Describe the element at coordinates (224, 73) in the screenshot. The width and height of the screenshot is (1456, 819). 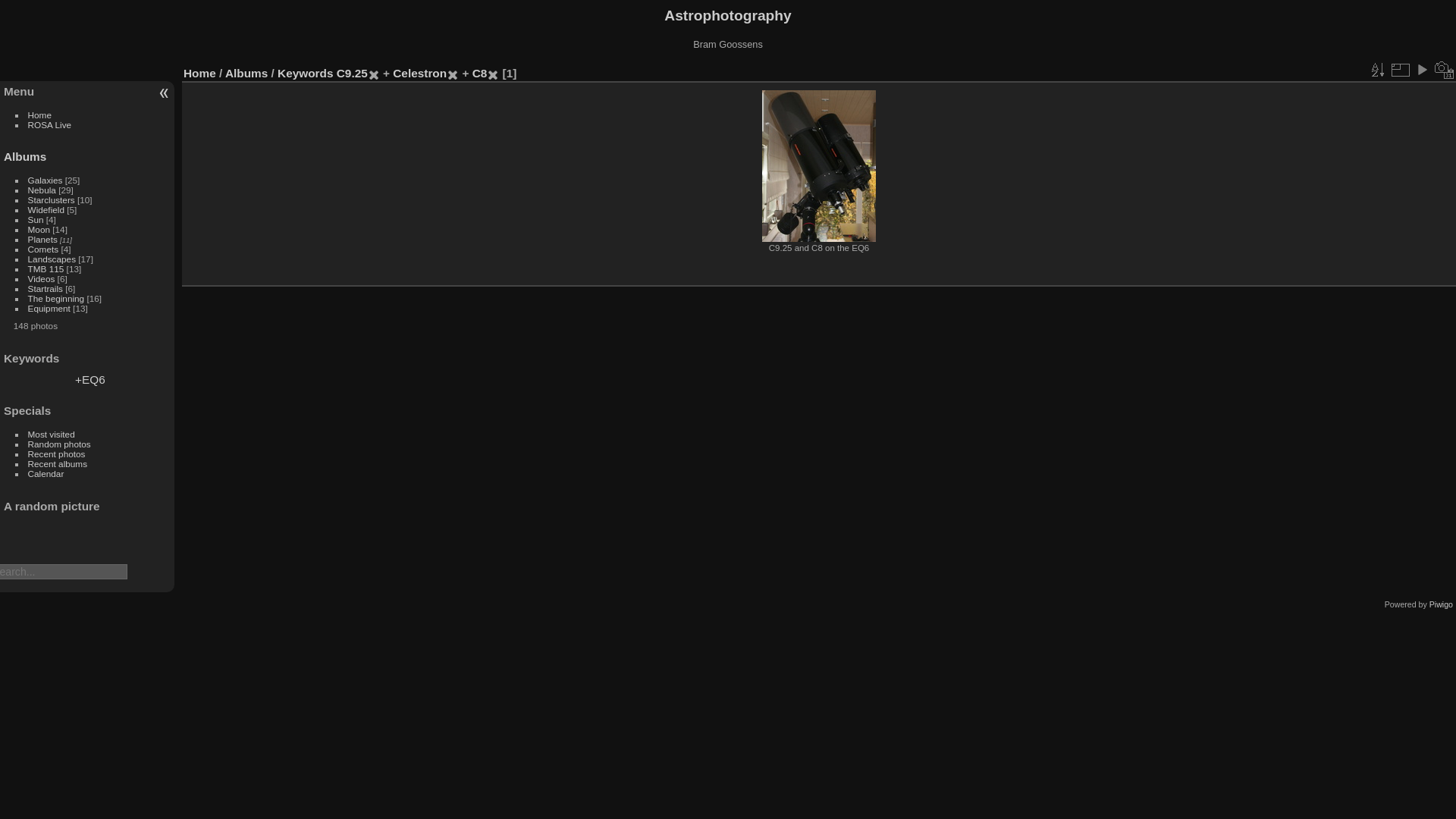
I see `'Albums'` at that location.